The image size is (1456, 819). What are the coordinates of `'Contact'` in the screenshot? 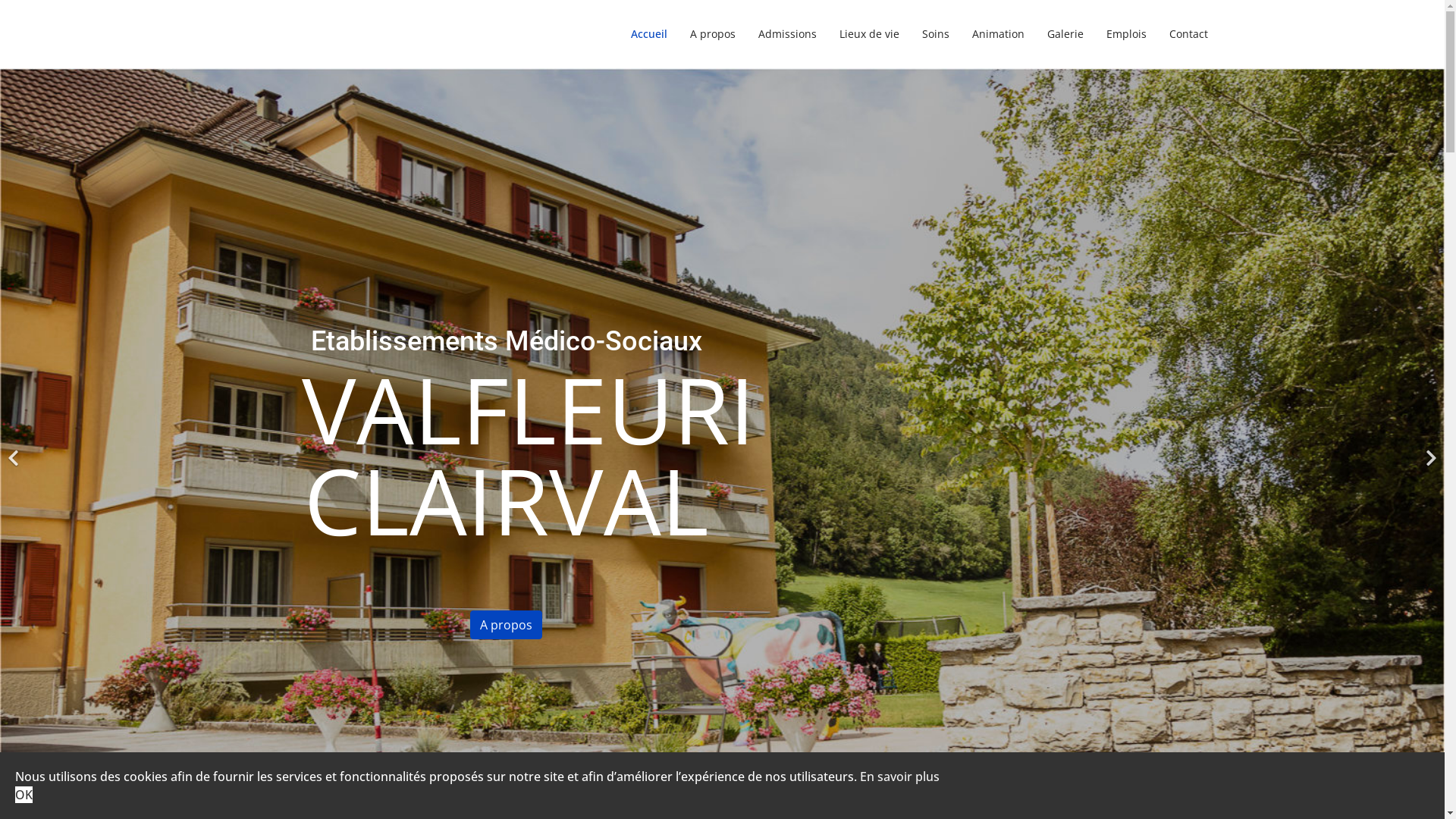 It's located at (1156, 34).